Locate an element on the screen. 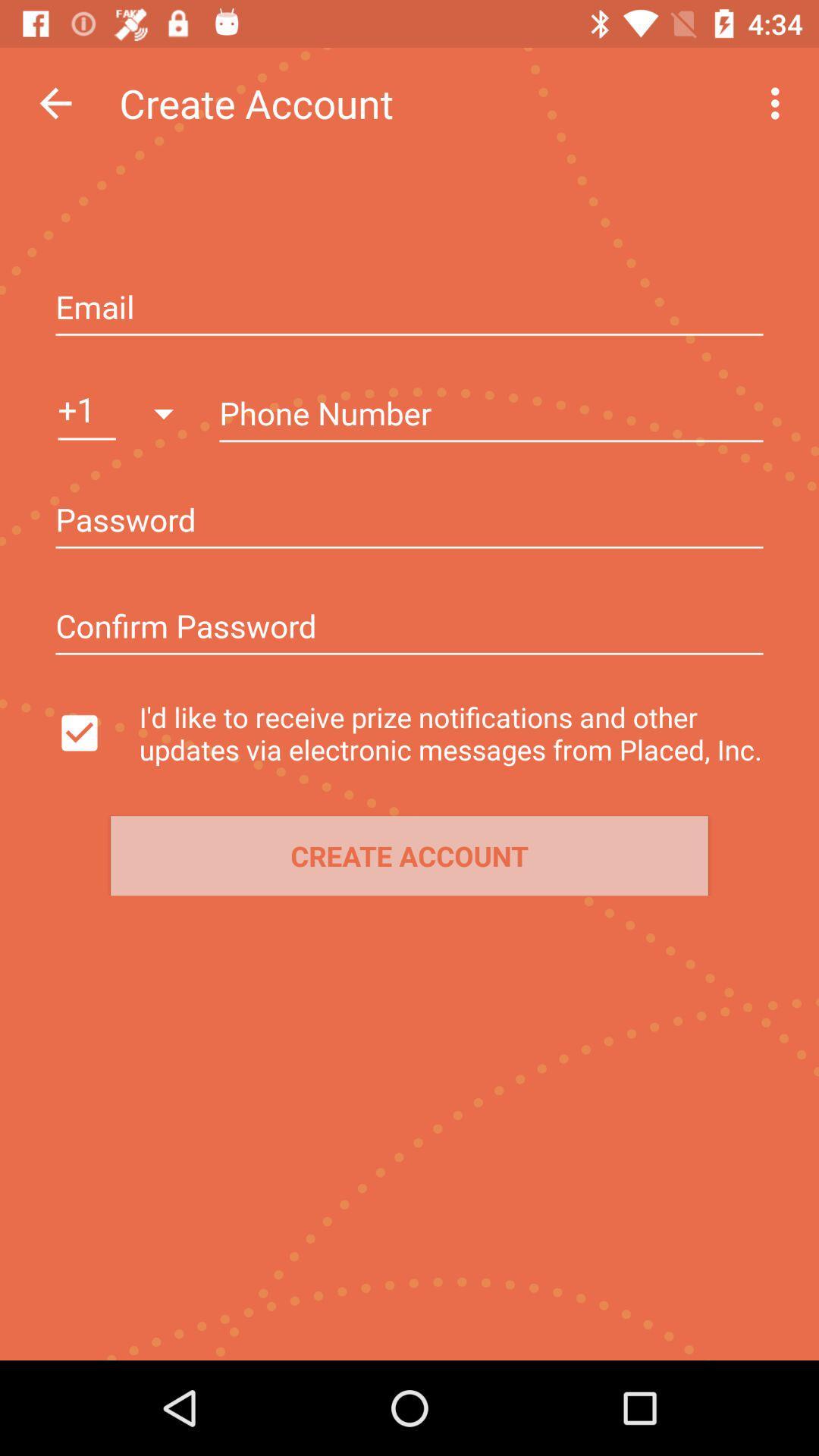 This screenshot has width=819, height=1456. insert password is located at coordinates (409, 628).